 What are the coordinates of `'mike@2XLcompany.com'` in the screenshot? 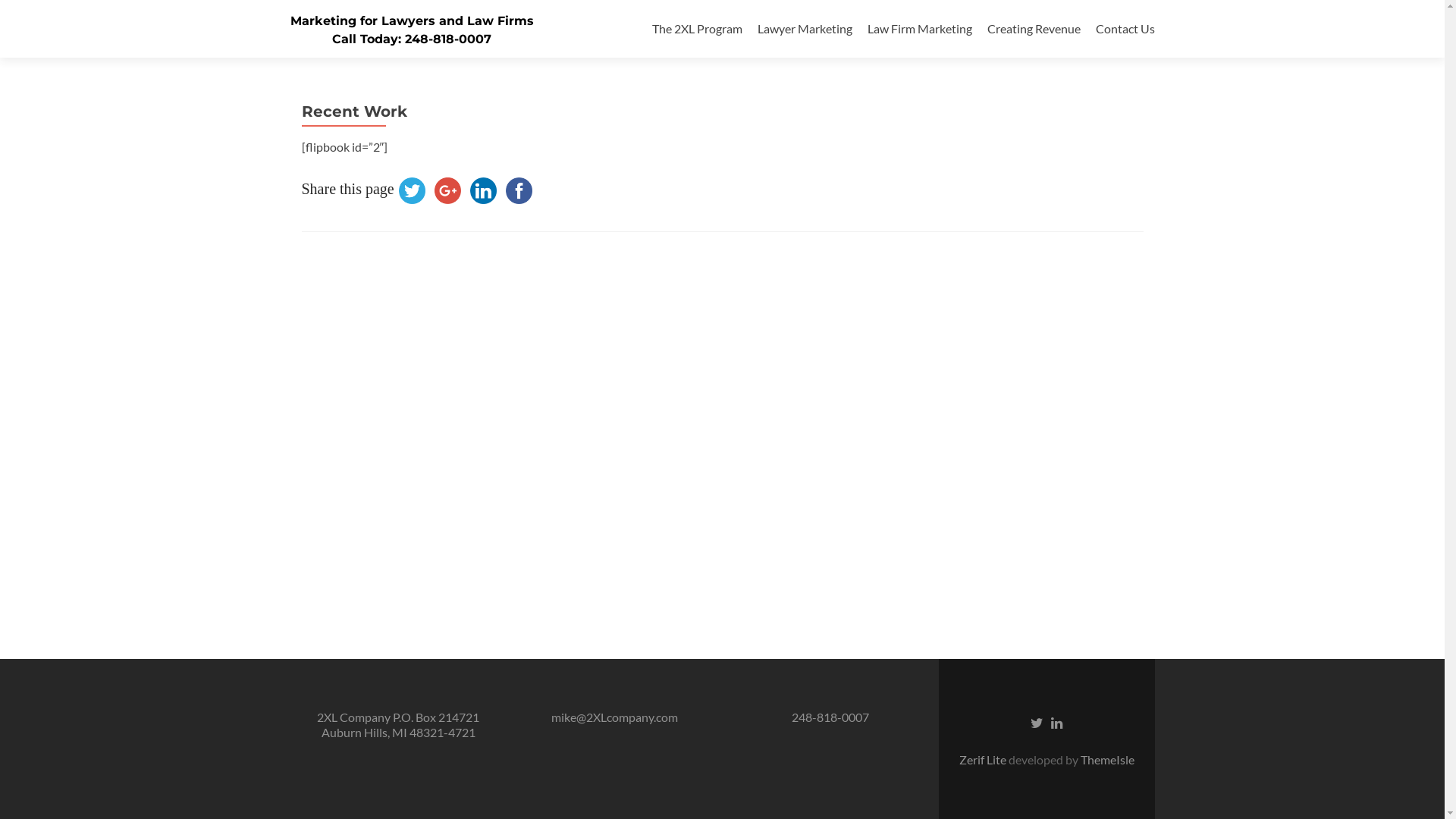 It's located at (613, 717).